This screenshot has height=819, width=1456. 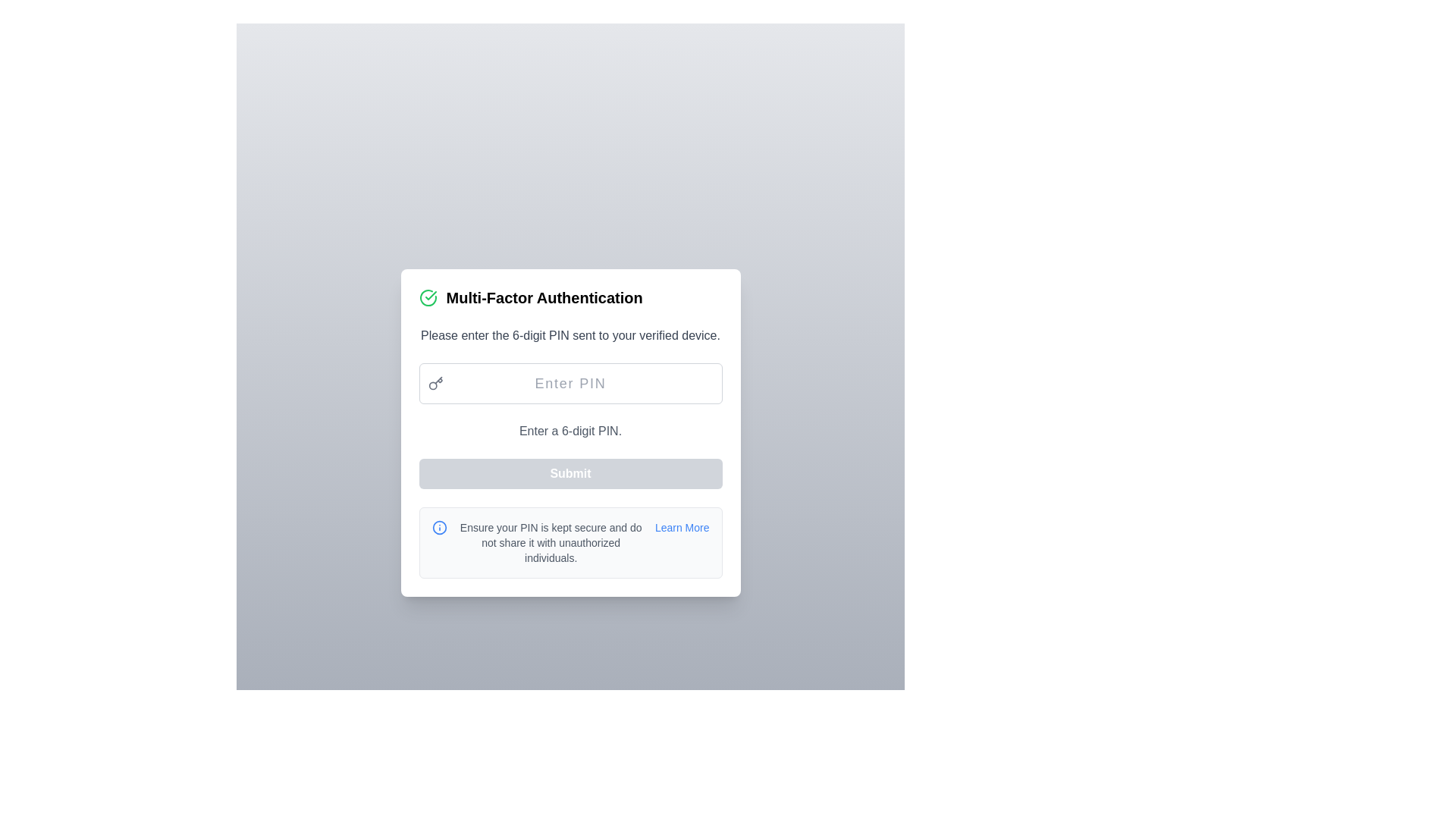 I want to click on the 'Submit' button for visual interaction, located in the center of the multi-factor authentication card below the PIN input field, so click(x=570, y=472).